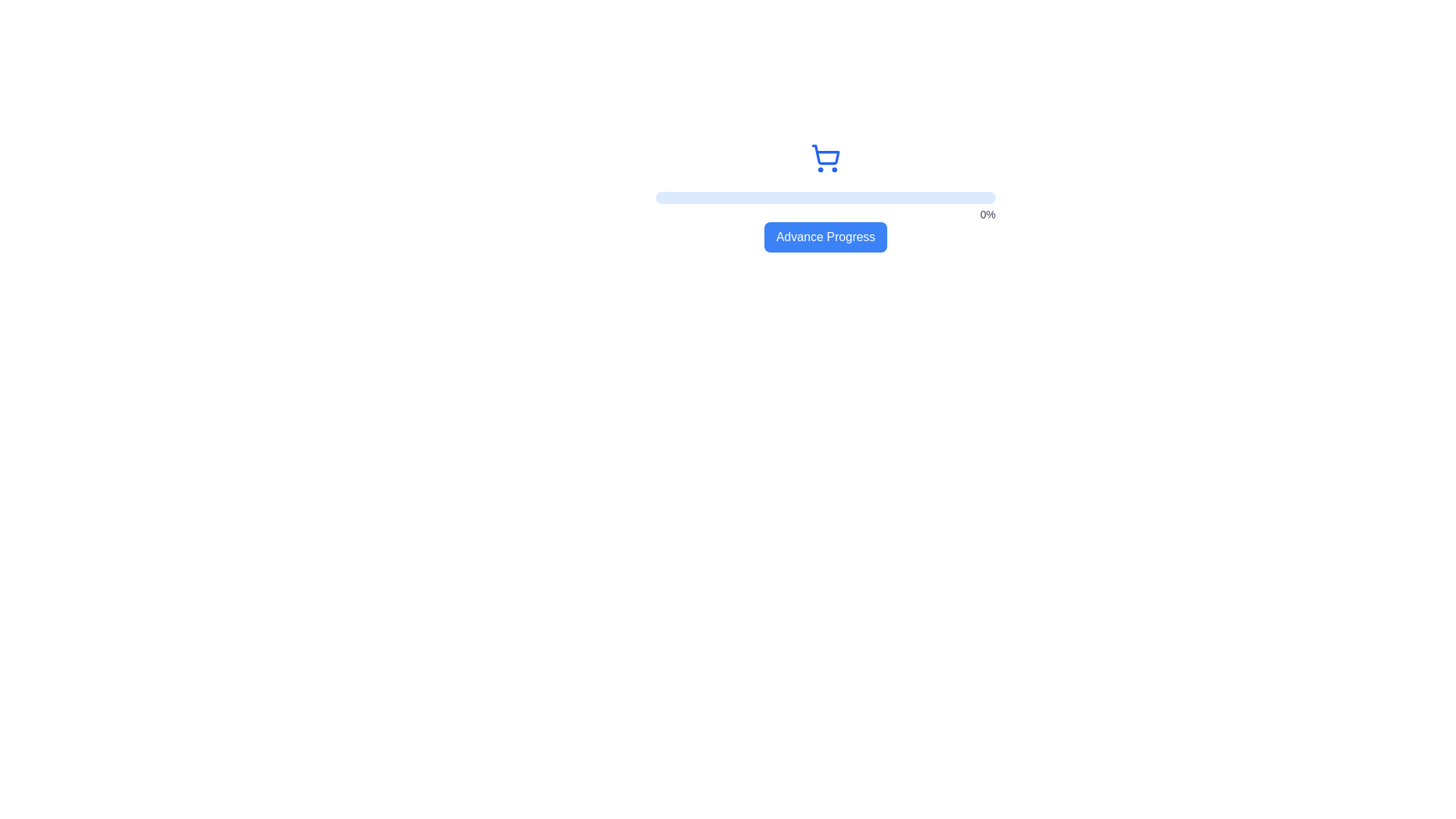 This screenshot has width=1456, height=819. What do you see at coordinates (824, 237) in the screenshot?
I see `the button located directly below the progress bar and shopping cart icon` at bounding box center [824, 237].